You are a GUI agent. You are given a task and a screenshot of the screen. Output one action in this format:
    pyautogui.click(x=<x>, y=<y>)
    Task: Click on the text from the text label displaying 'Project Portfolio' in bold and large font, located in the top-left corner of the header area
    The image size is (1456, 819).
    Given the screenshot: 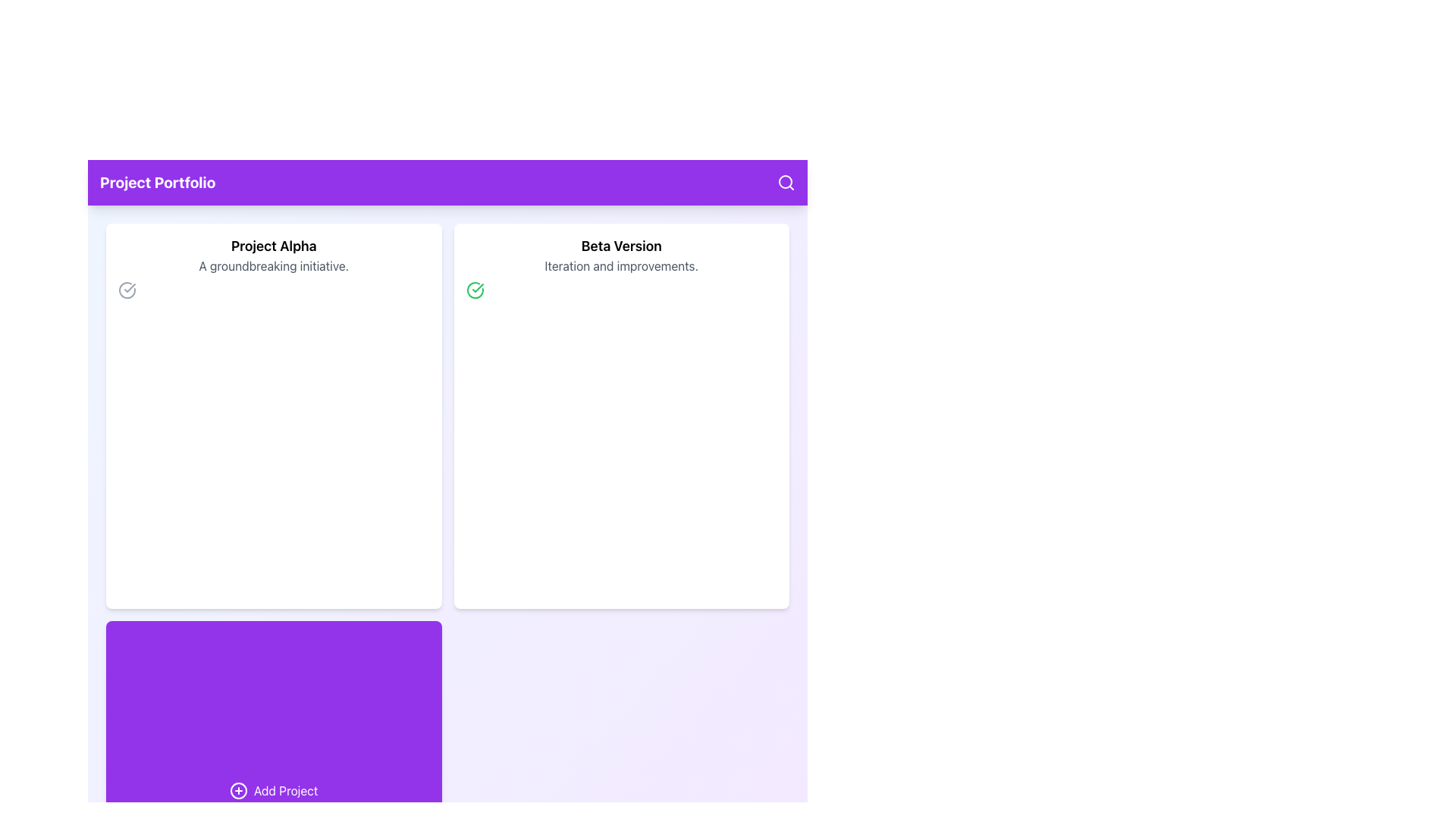 What is the action you would take?
    pyautogui.click(x=158, y=181)
    